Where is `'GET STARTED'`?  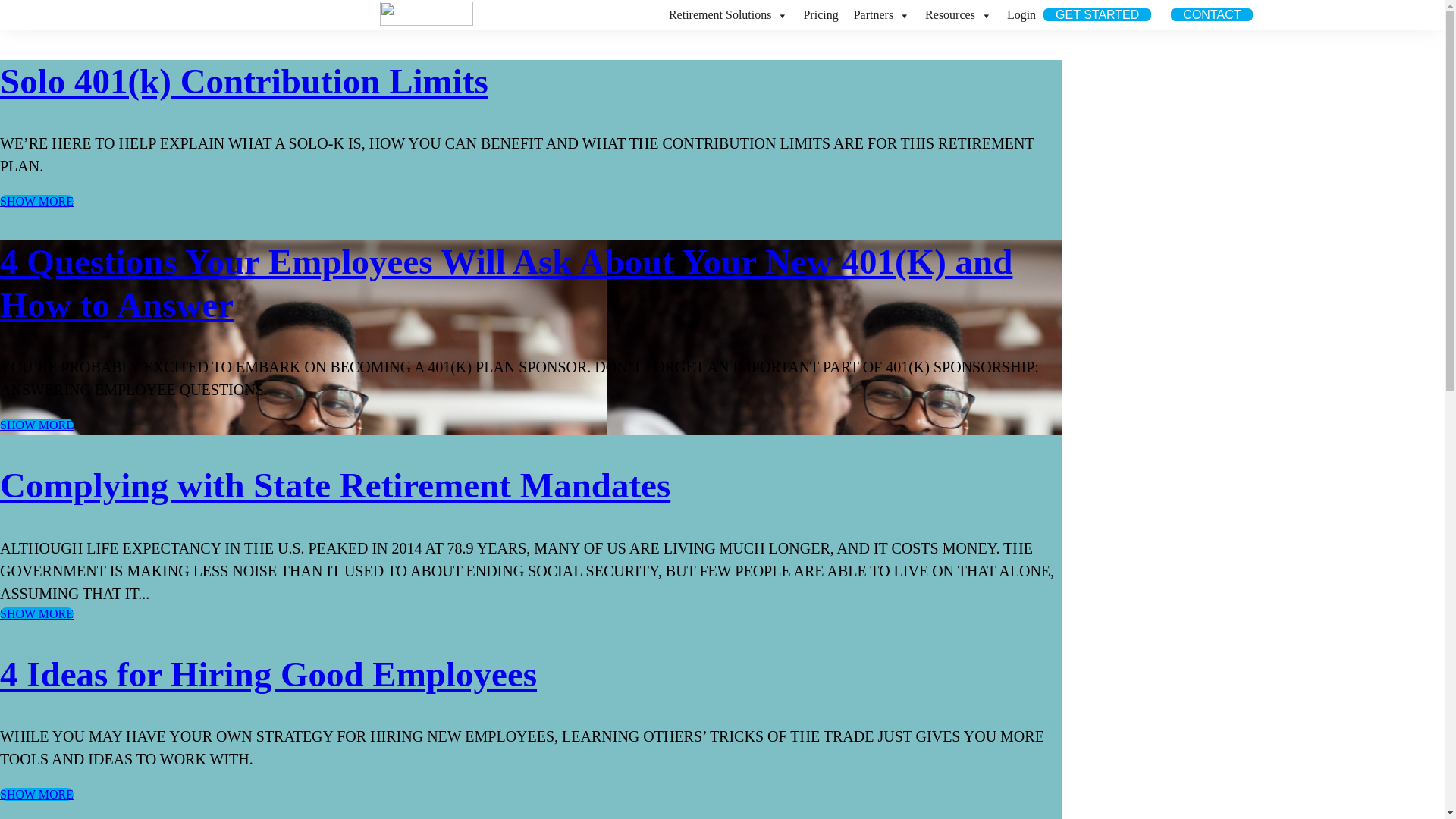
'GET STARTED' is located at coordinates (1043, 14).